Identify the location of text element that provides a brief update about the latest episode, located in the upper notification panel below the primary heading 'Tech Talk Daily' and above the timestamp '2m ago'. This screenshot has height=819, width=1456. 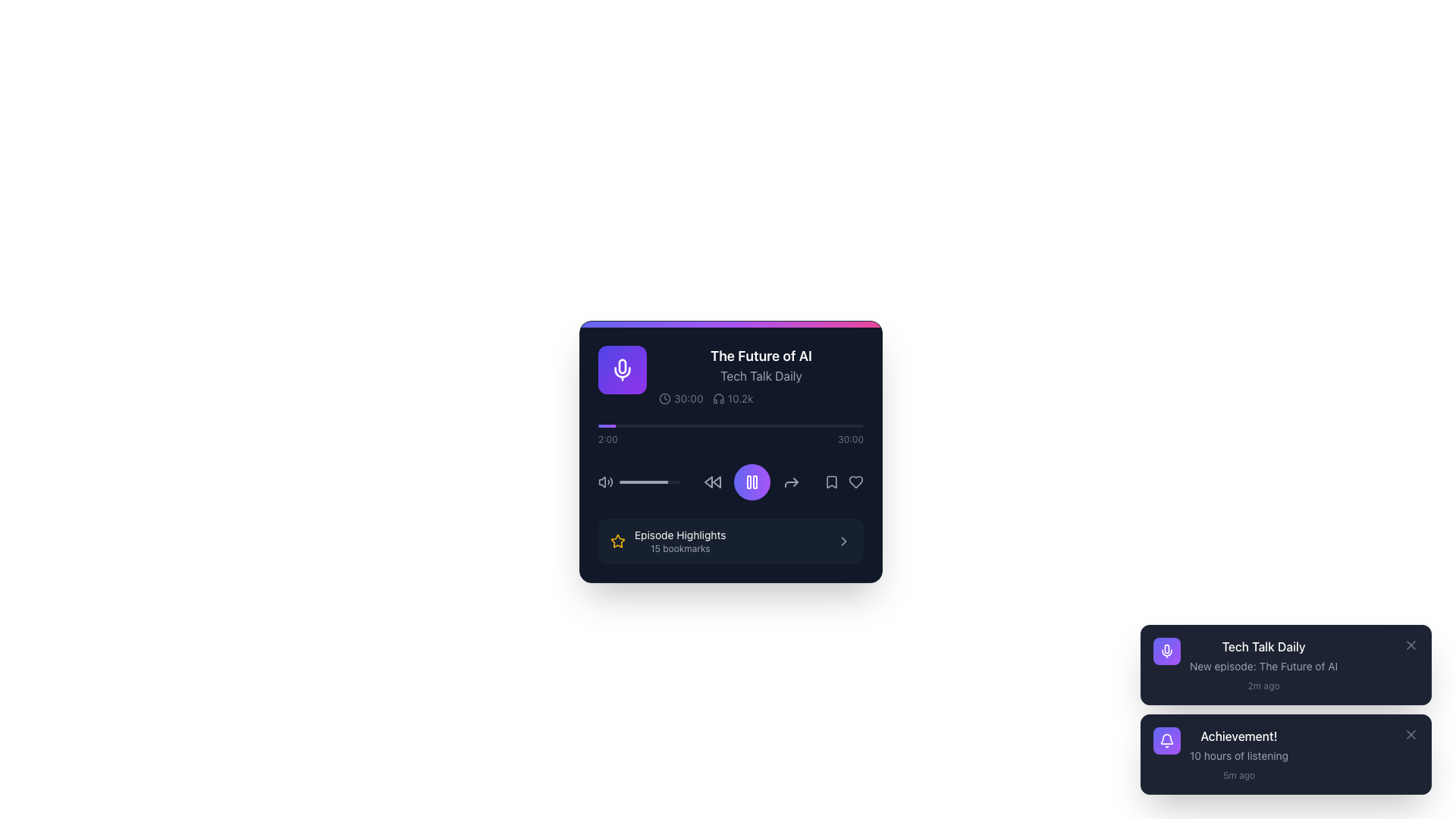
(1263, 666).